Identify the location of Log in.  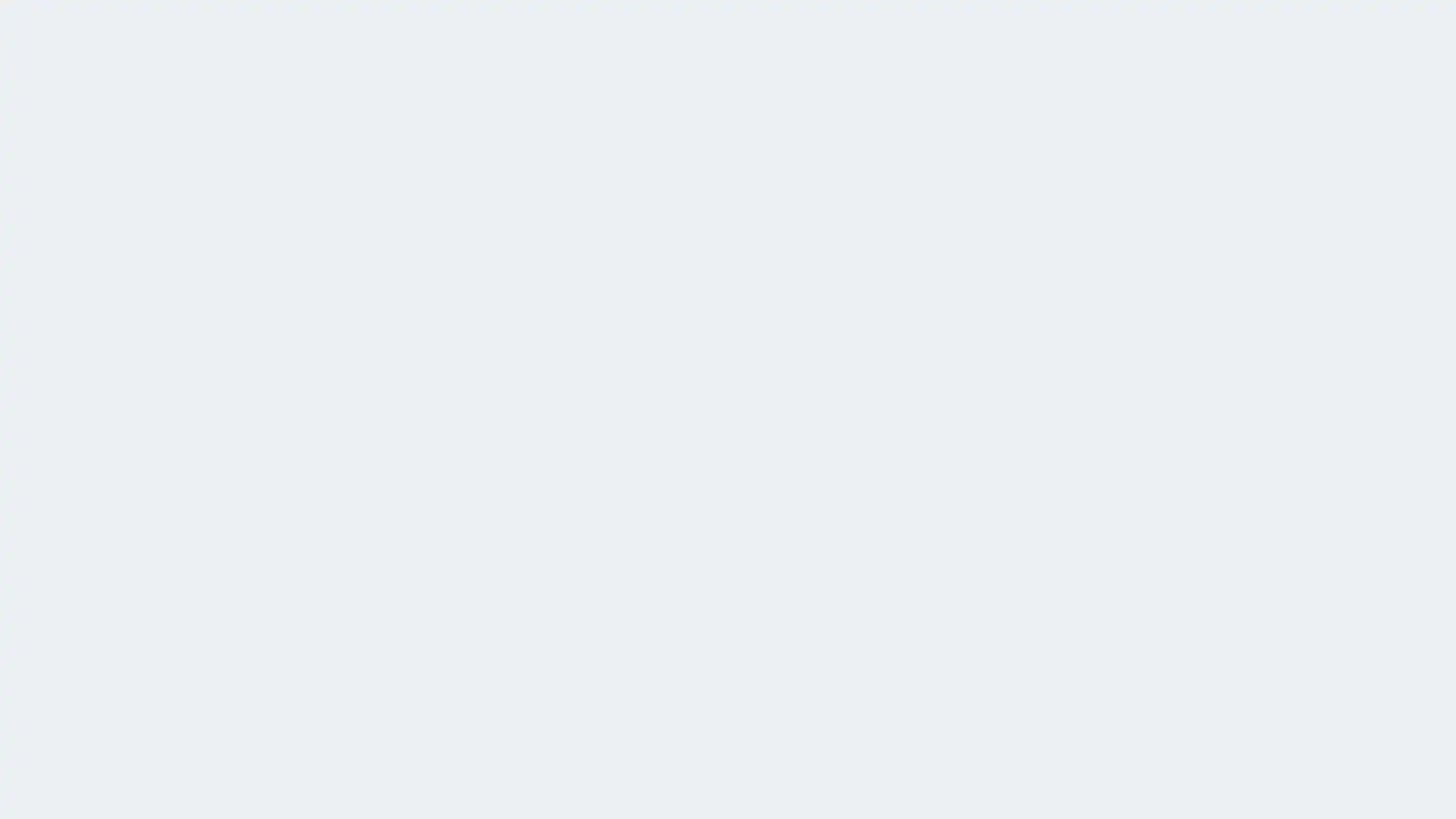
(657, 375).